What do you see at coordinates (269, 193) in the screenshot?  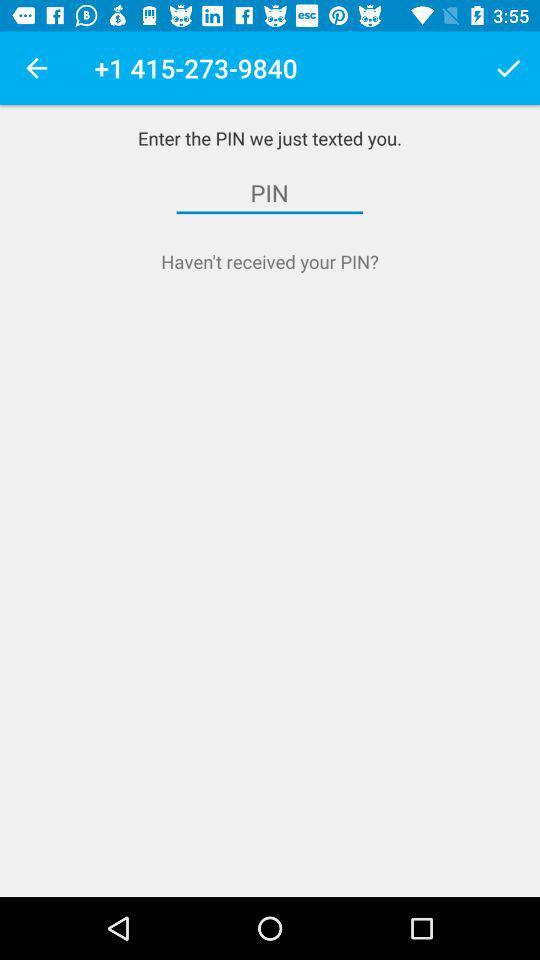 I see `the item below enter the pin` at bounding box center [269, 193].